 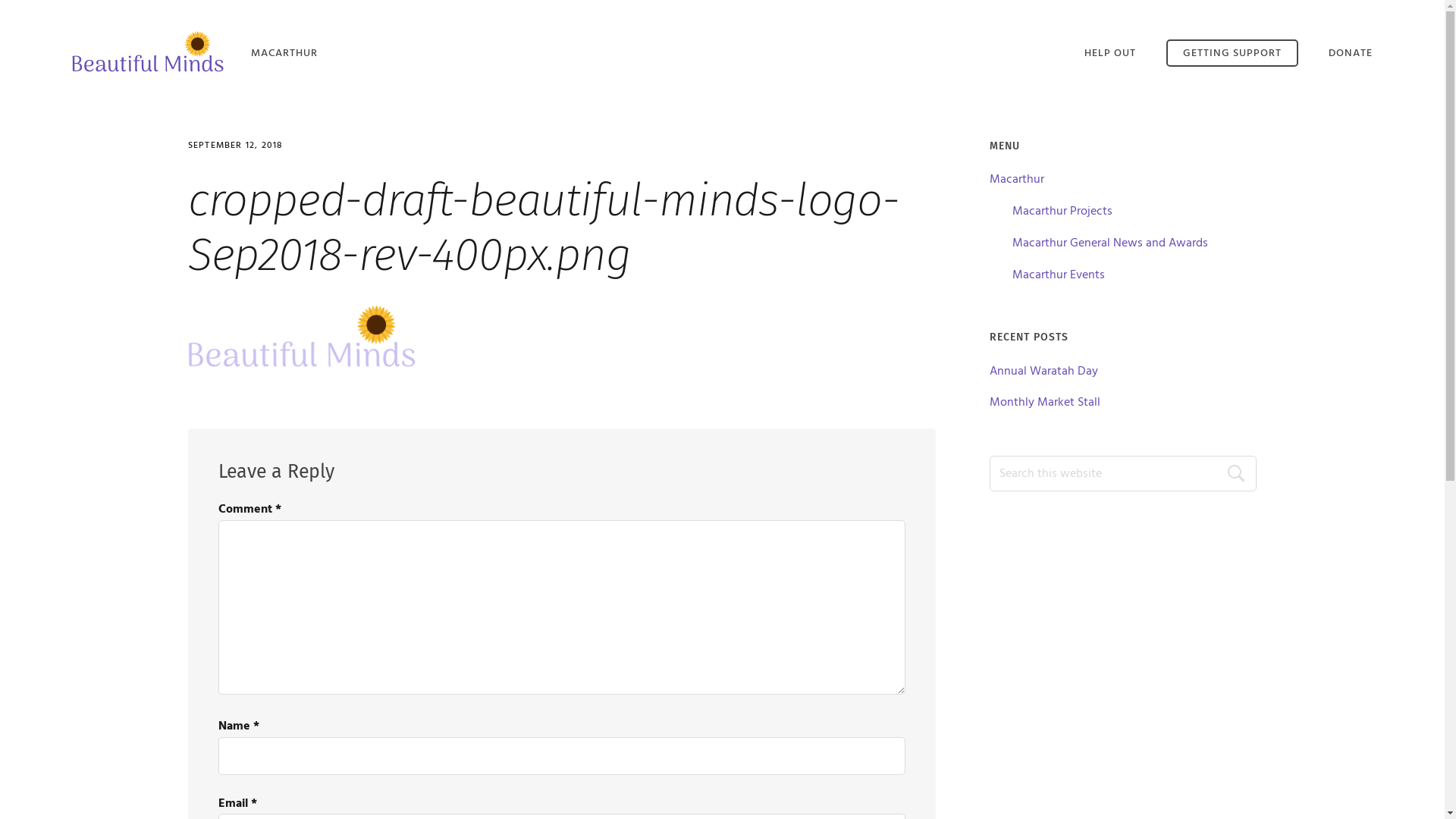 What do you see at coordinates (1062, 211) in the screenshot?
I see `'Macarthur Projects'` at bounding box center [1062, 211].